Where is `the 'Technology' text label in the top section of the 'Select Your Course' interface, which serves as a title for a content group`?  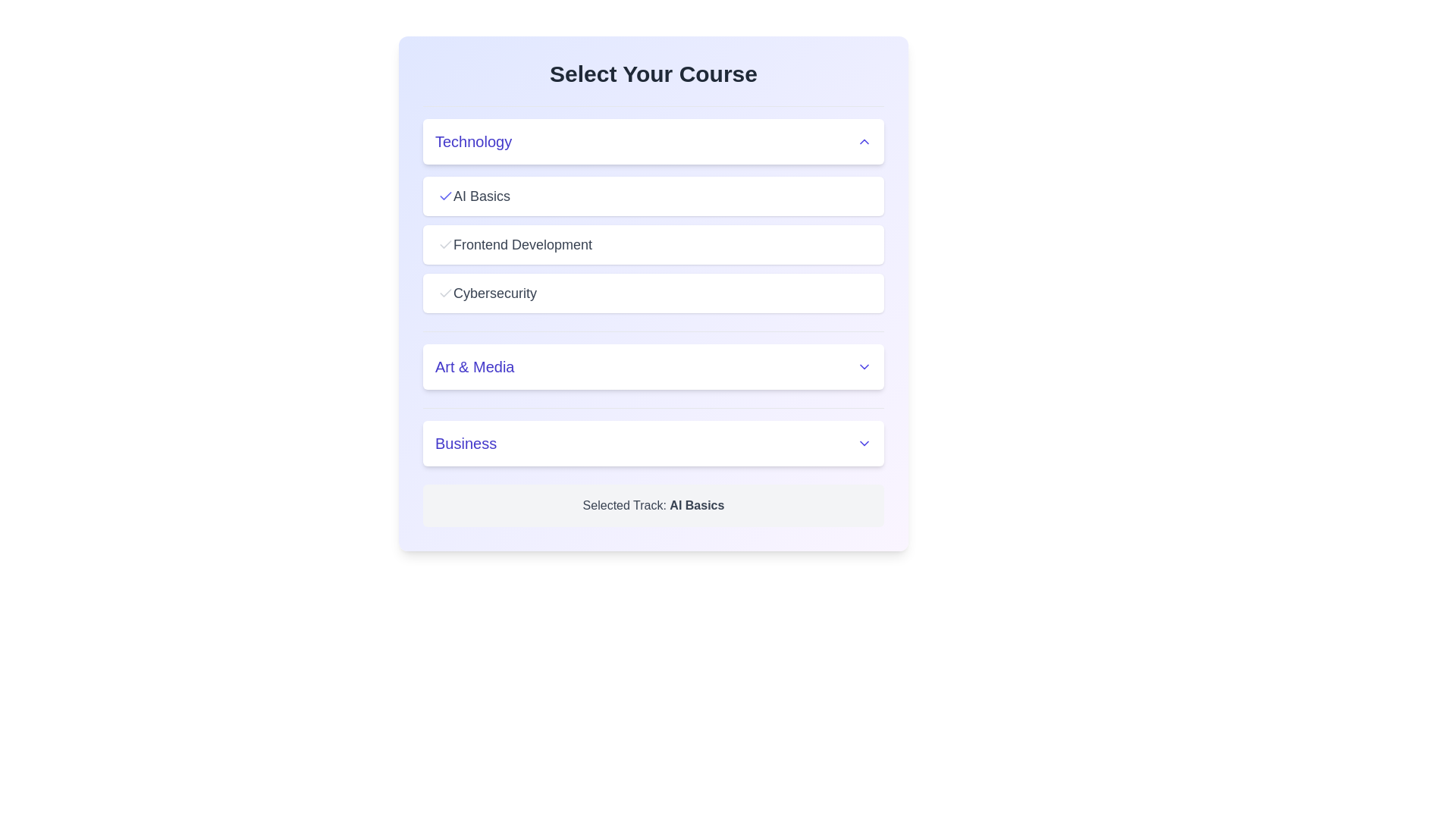 the 'Technology' text label in the top section of the 'Select Your Course' interface, which serves as a title for a content group is located at coordinates (472, 141).